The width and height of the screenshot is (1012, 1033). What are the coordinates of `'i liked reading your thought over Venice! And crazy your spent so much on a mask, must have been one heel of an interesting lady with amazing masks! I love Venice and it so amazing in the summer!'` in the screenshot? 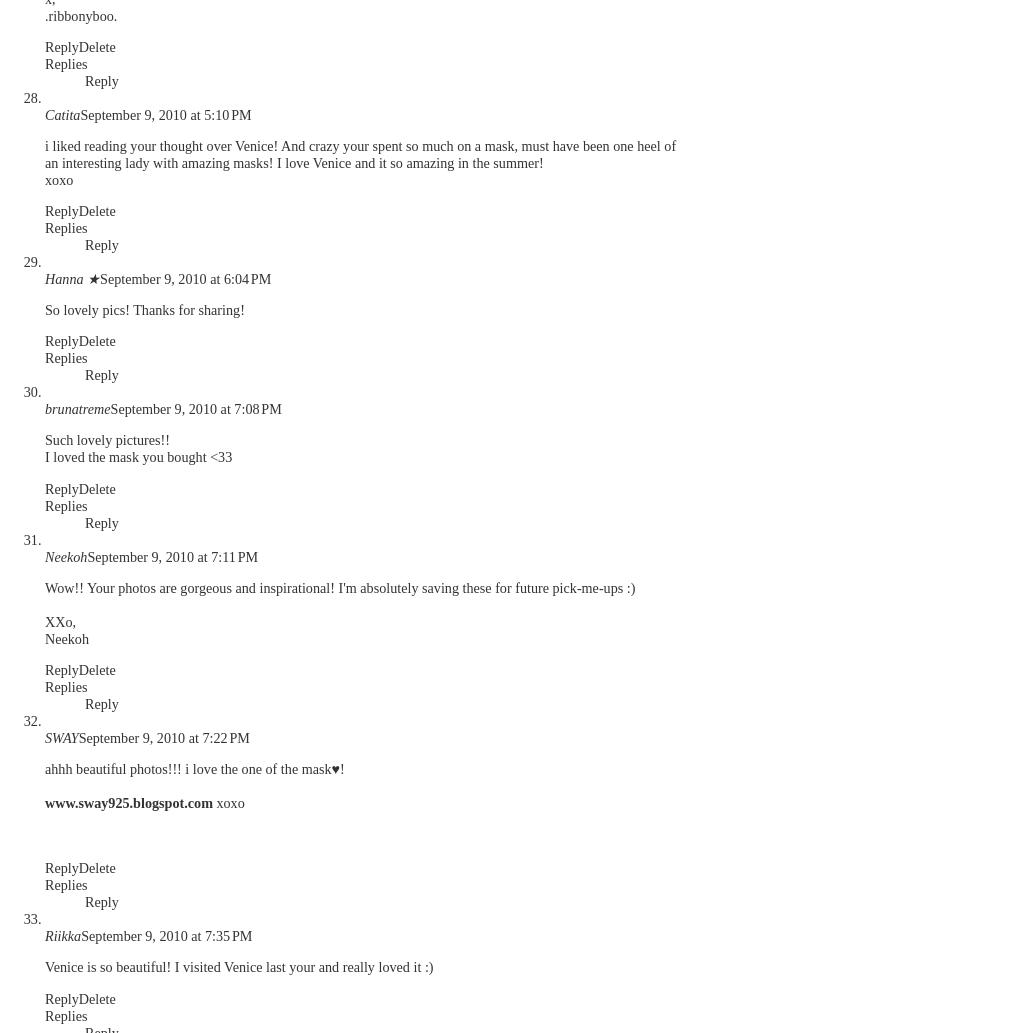 It's located at (359, 153).